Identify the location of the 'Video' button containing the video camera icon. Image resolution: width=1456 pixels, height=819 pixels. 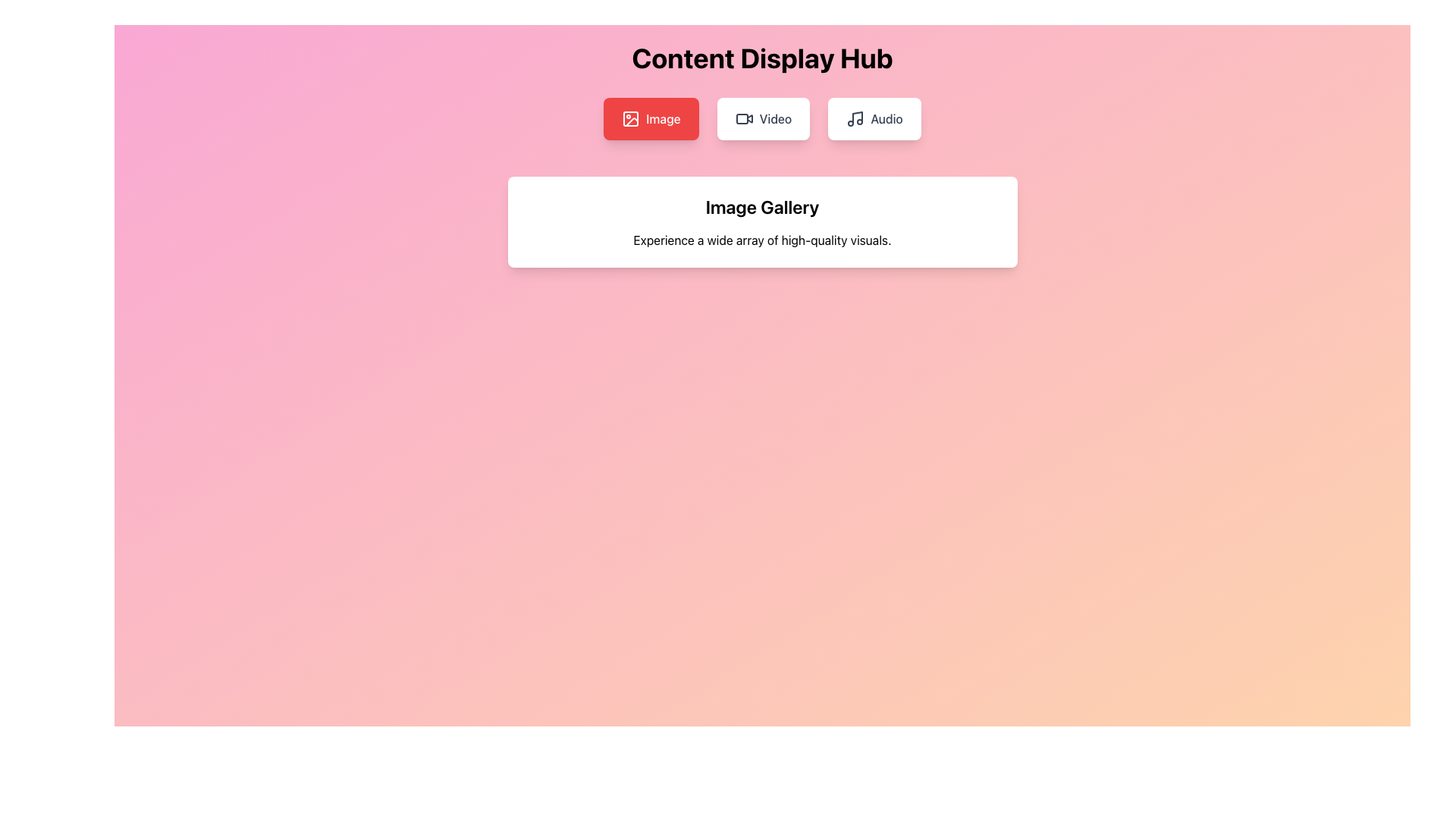
(744, 118).